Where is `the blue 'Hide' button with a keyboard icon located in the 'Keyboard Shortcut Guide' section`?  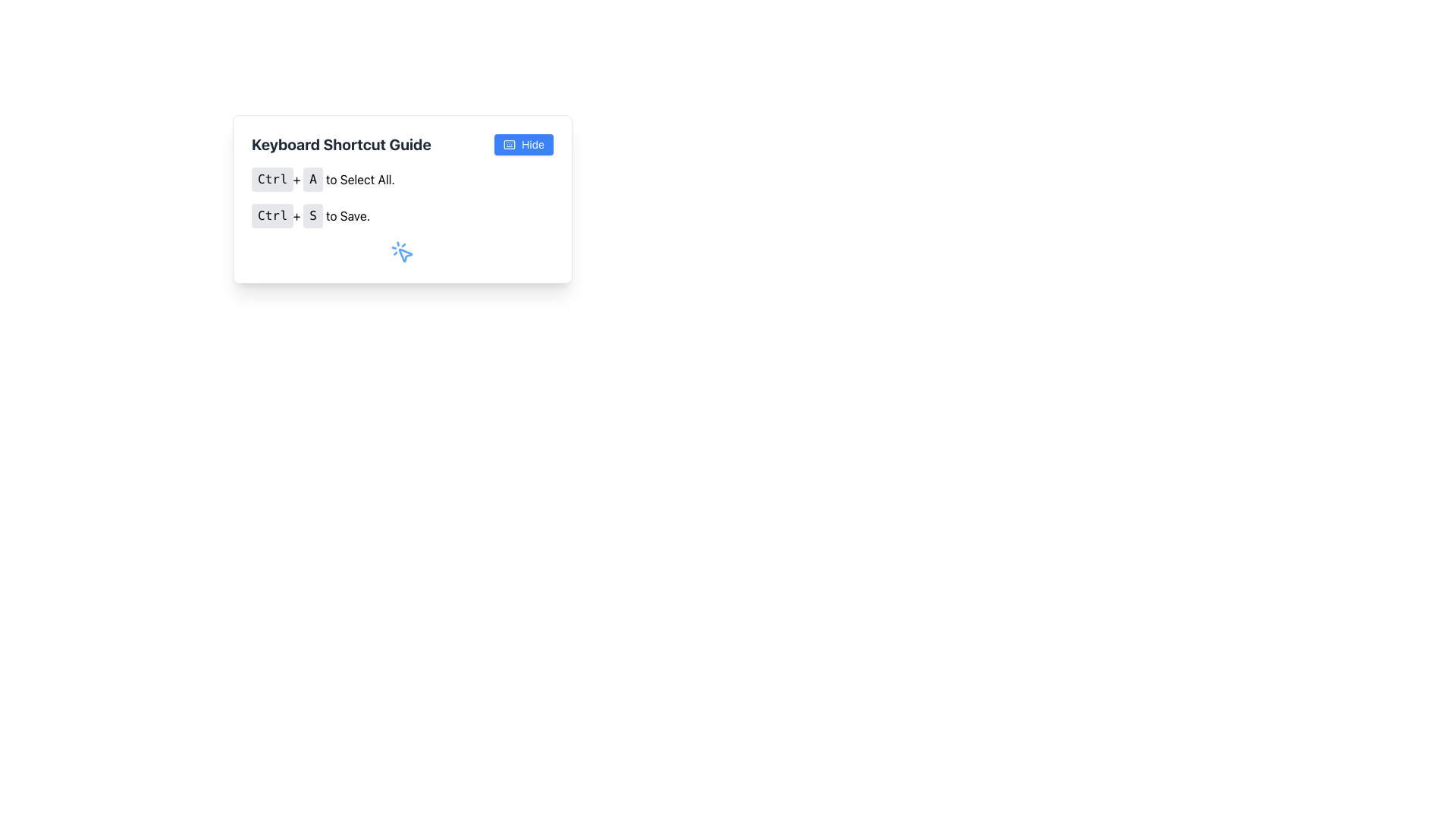
the blue 'Hide' button with a keyboard icon located in the 'Keyboard Shortcut Guide' section is located at coordinates (524, 145).